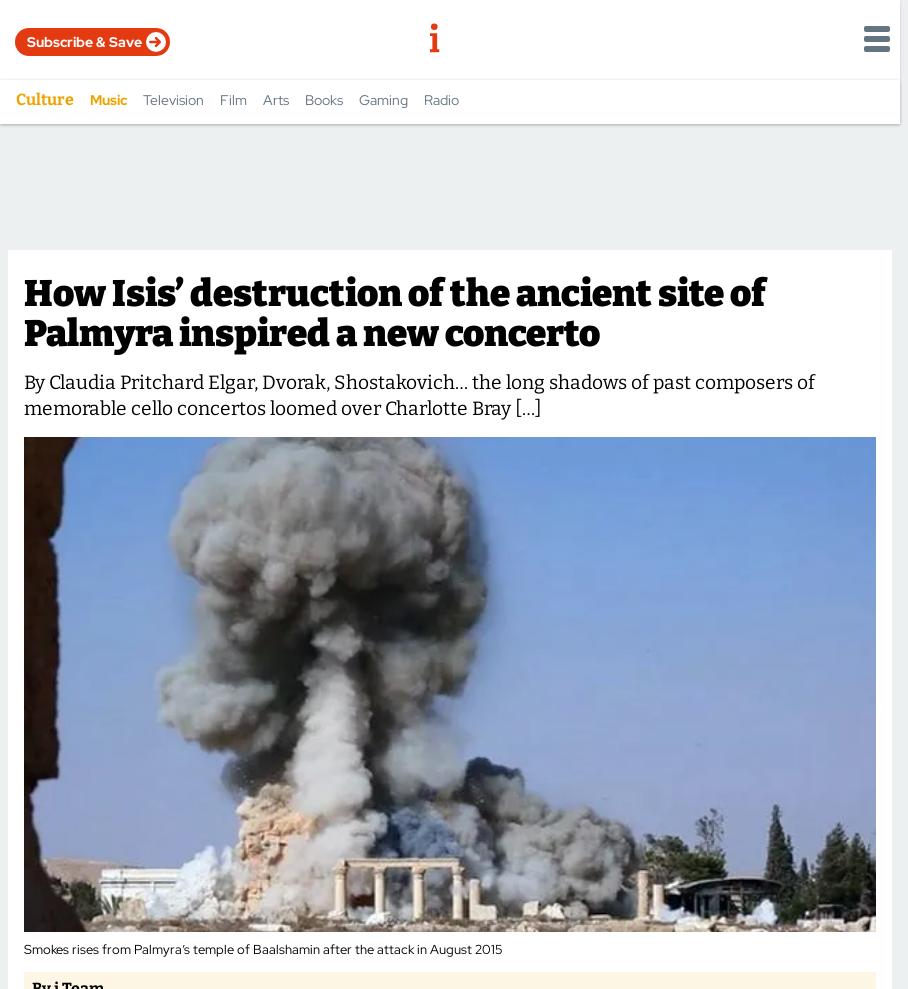 The height and width of the screenshot is (989, 908). I want to click on 'Books', so click(303, 99).